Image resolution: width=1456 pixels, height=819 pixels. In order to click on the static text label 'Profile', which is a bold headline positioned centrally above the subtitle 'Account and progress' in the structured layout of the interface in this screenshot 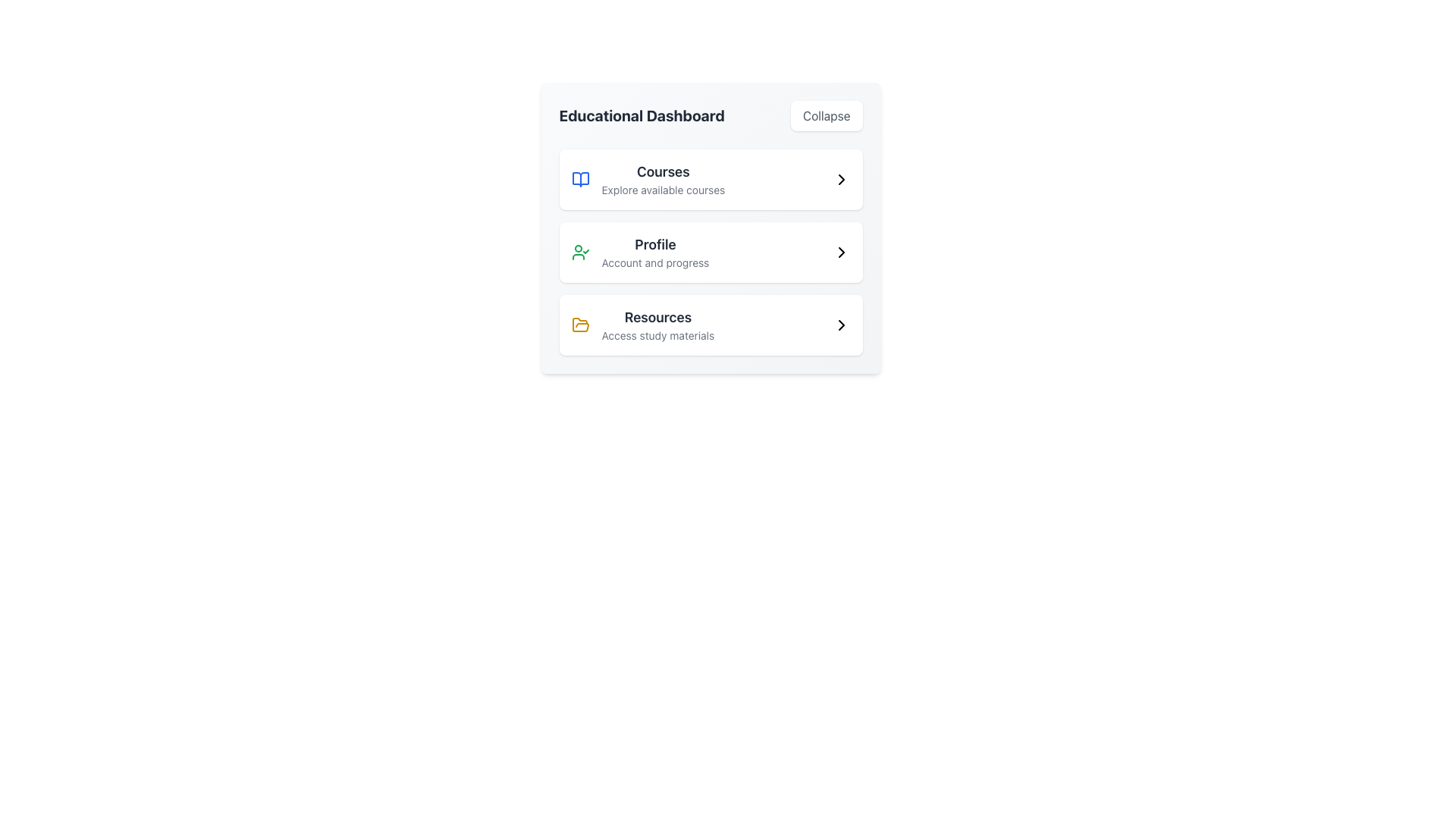, I will do `click(655, 244)`.